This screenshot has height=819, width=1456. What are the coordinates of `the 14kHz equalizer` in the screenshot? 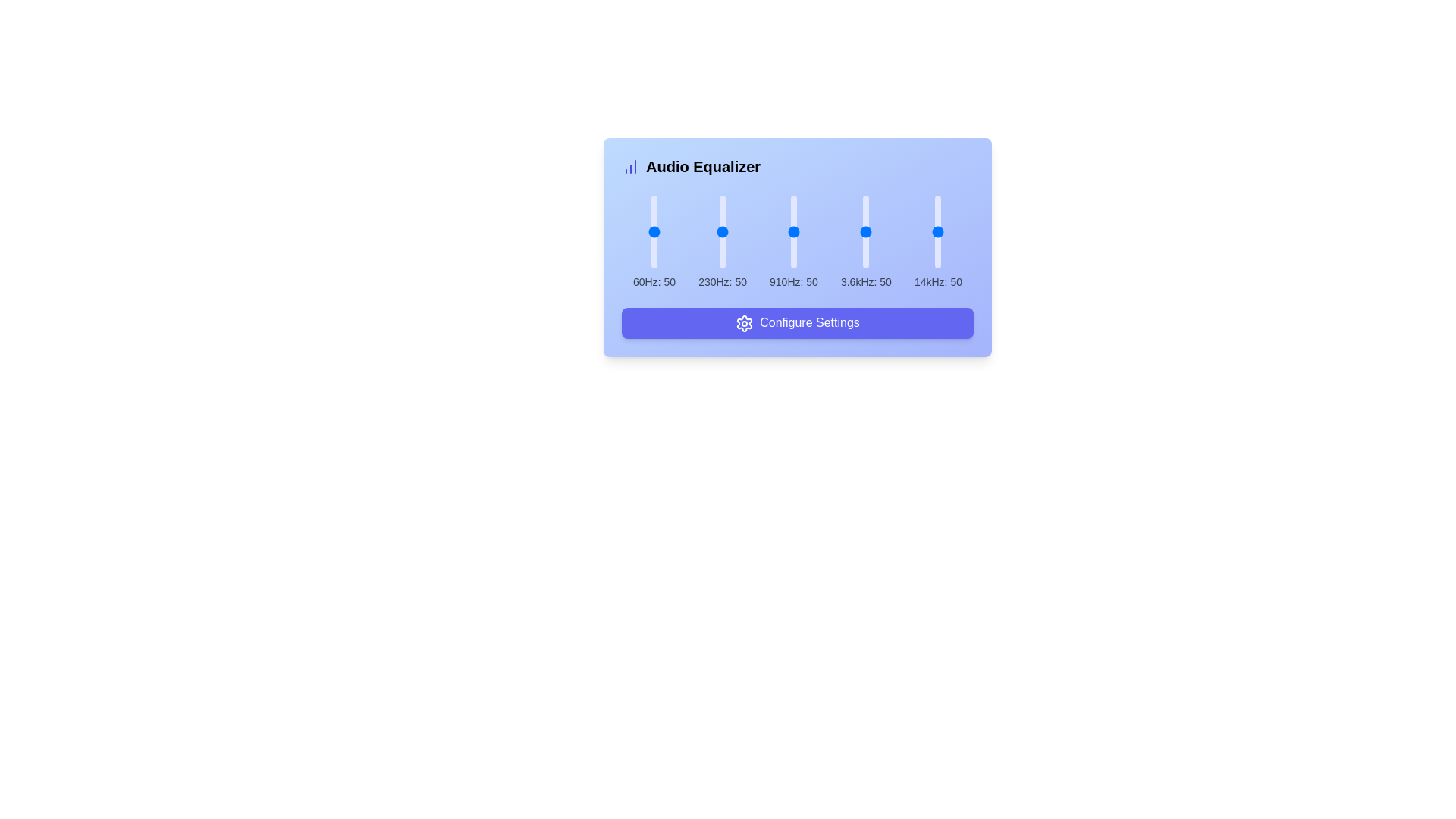 It's located at (937, 202).